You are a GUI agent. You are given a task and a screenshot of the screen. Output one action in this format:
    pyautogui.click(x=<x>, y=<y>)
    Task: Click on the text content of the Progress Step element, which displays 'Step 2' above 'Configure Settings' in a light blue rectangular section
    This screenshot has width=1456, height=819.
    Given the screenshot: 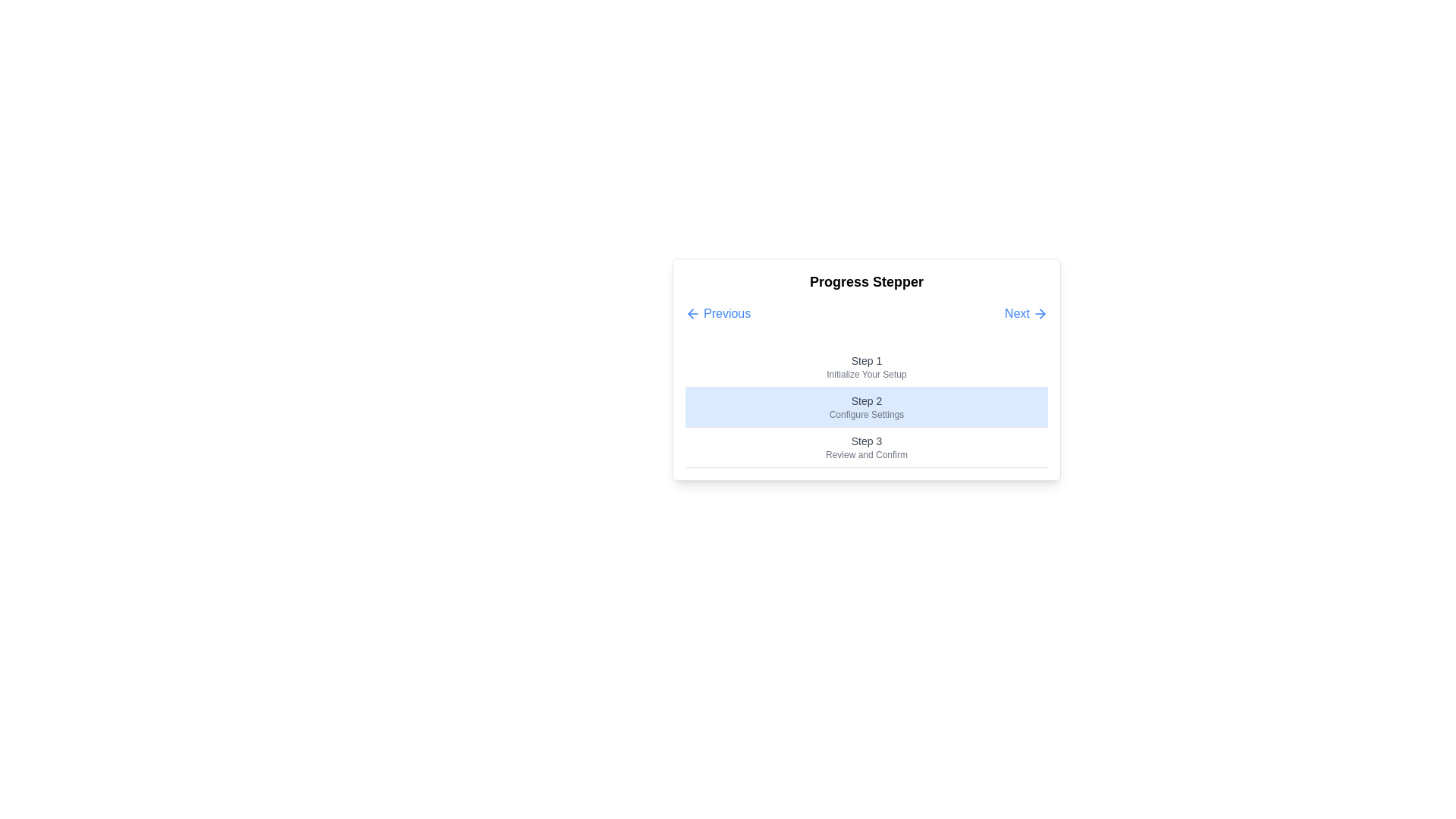 What is the action you would take?
    pyautogui.click(x=866, y=406)
    